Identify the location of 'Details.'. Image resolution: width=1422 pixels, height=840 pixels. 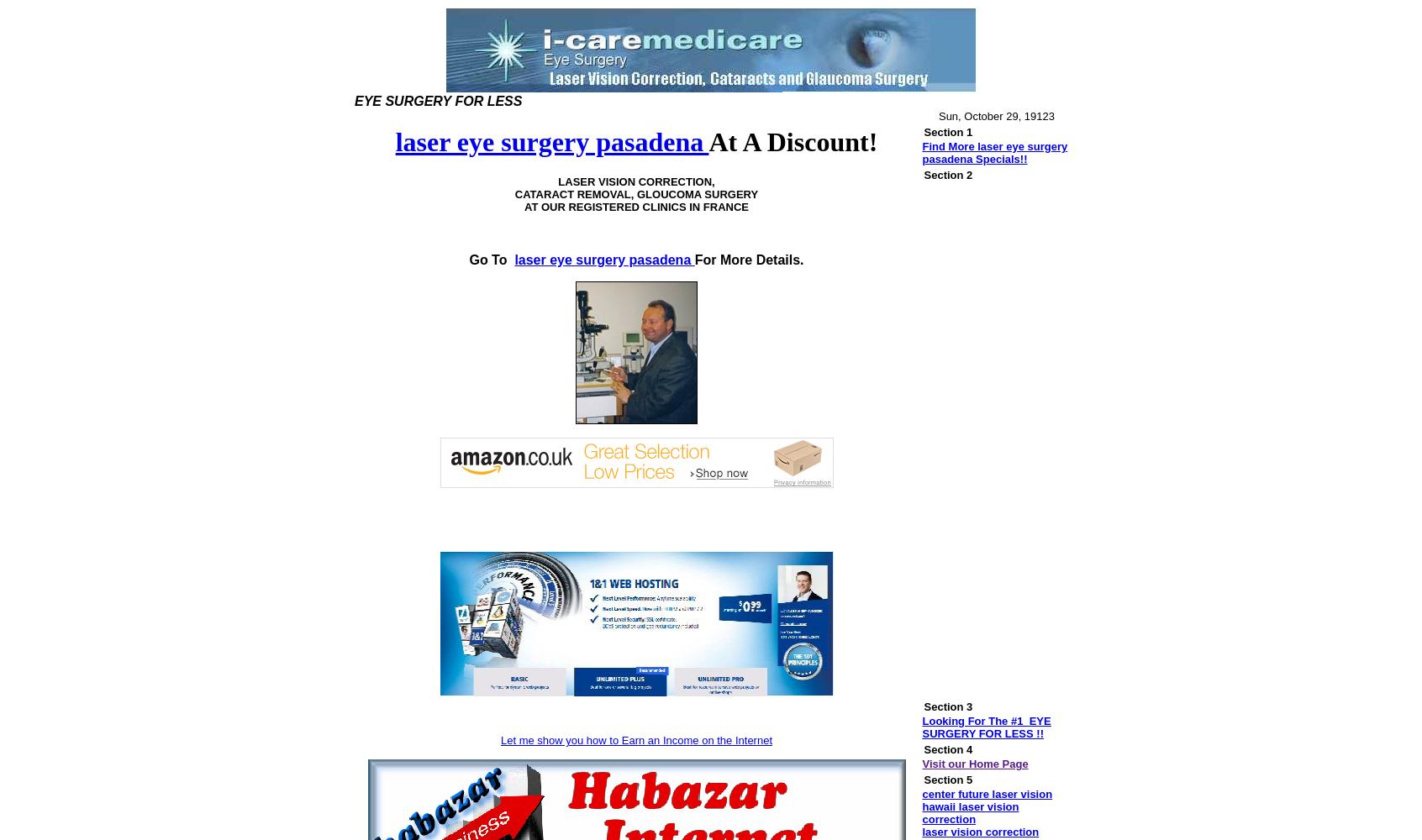
(779, 260).